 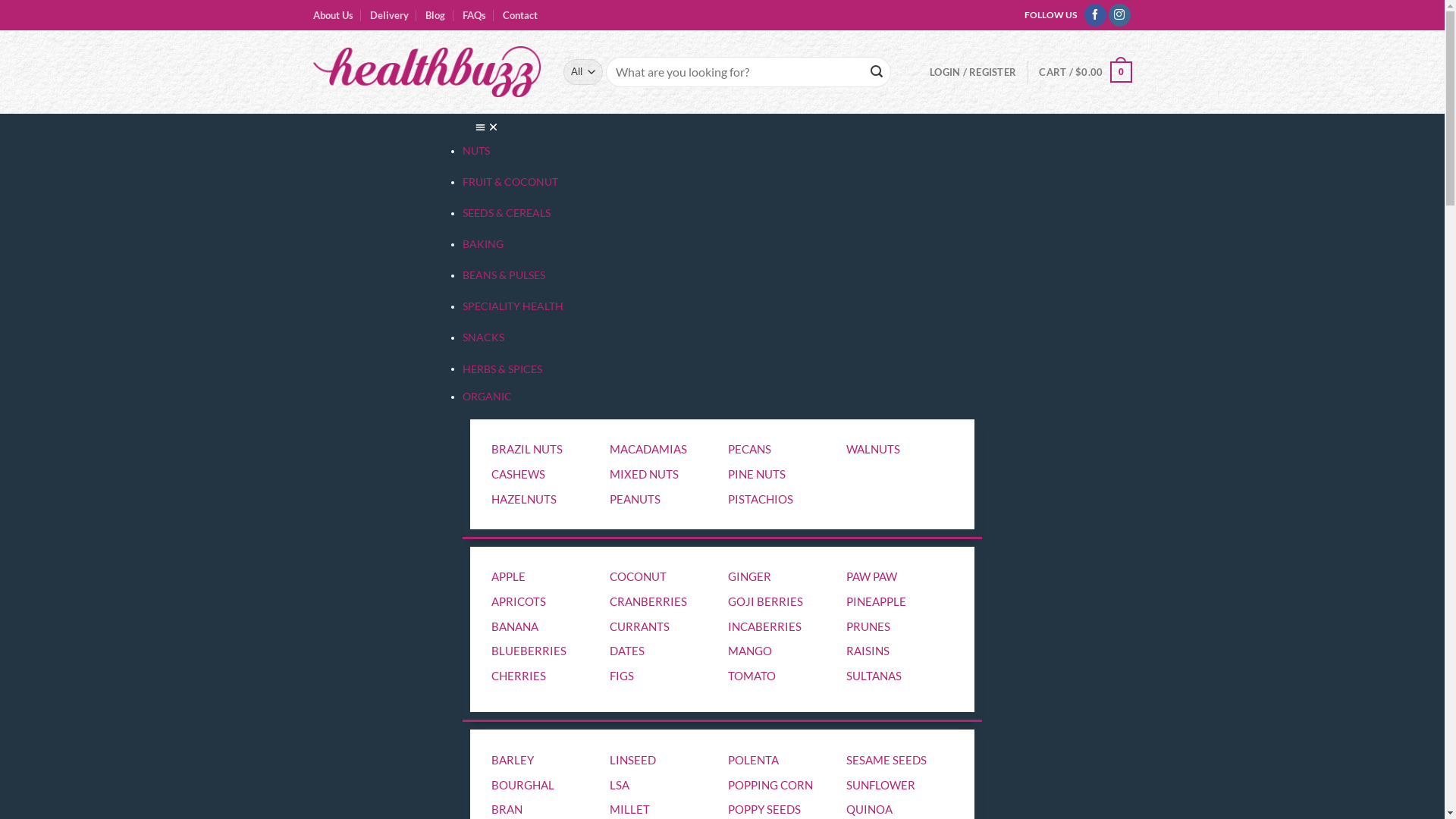 What do you see at coordinates (635, 499) in the screenshot?
I see `'PEANUTS'` at bounding box center [635, 499].